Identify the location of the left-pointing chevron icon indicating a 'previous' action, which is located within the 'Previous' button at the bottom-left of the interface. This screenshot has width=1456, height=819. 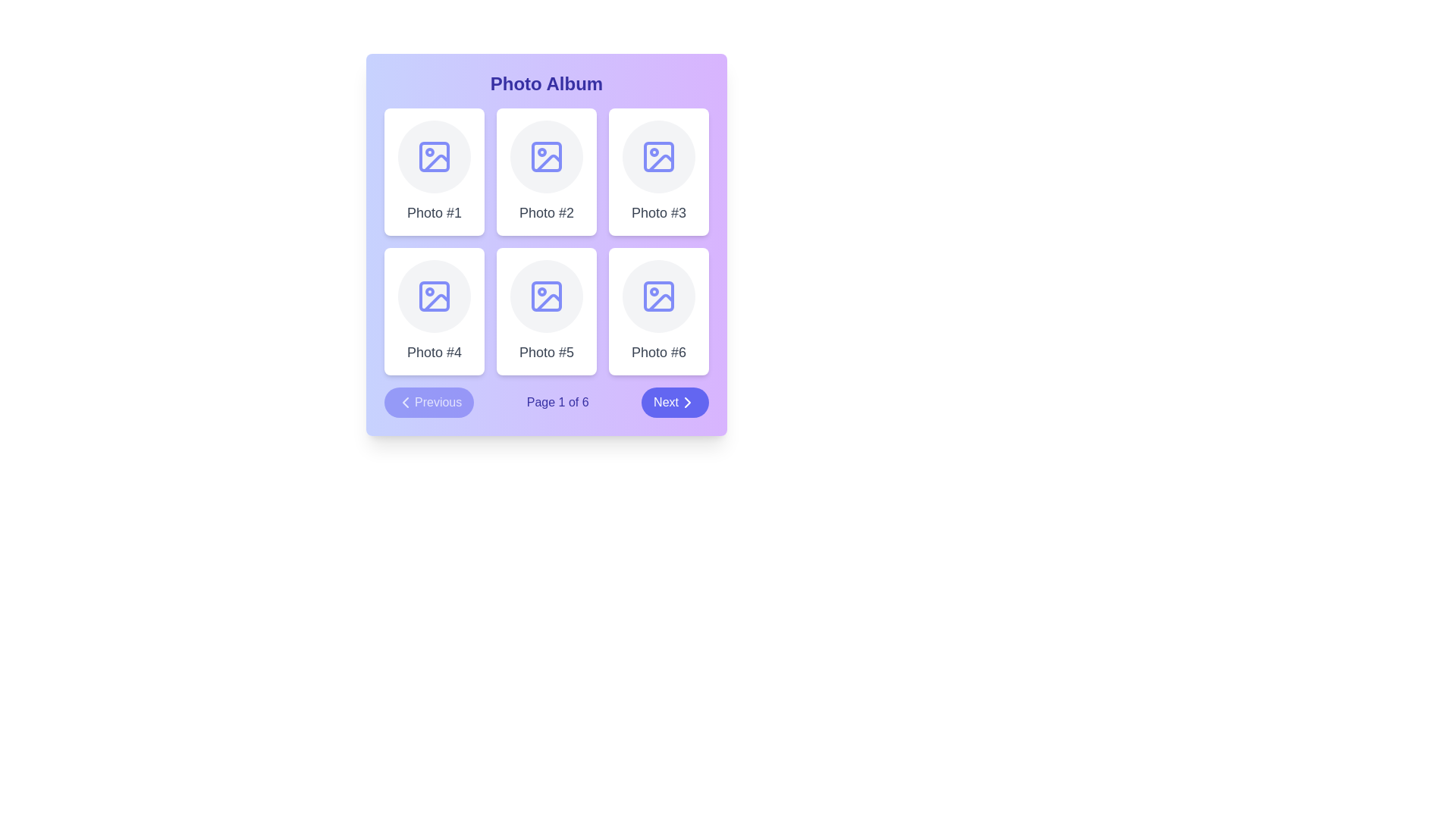
(405, 402).